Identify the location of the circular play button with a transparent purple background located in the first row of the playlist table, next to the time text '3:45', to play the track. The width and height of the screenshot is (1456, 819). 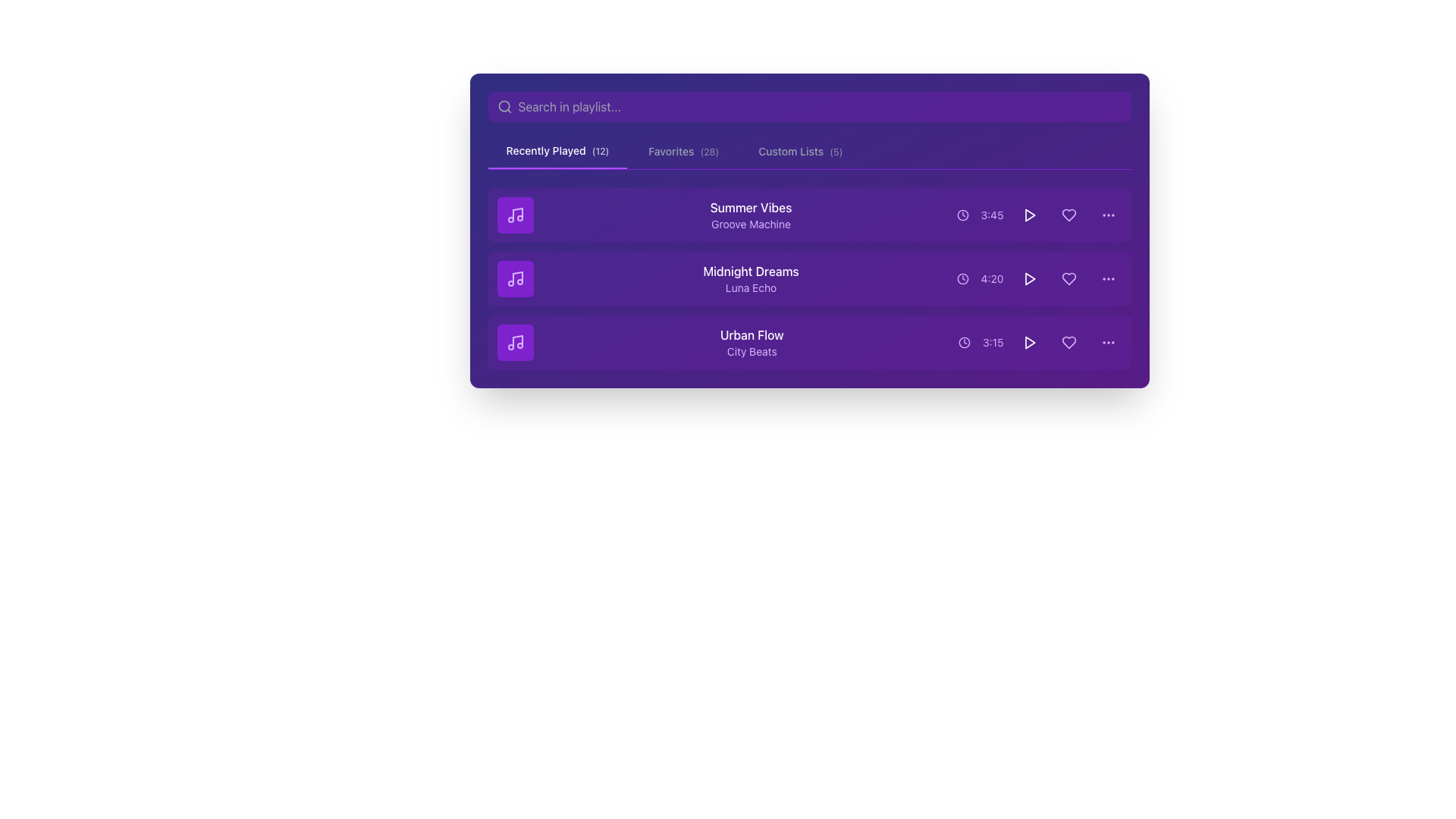
(1029, 215).